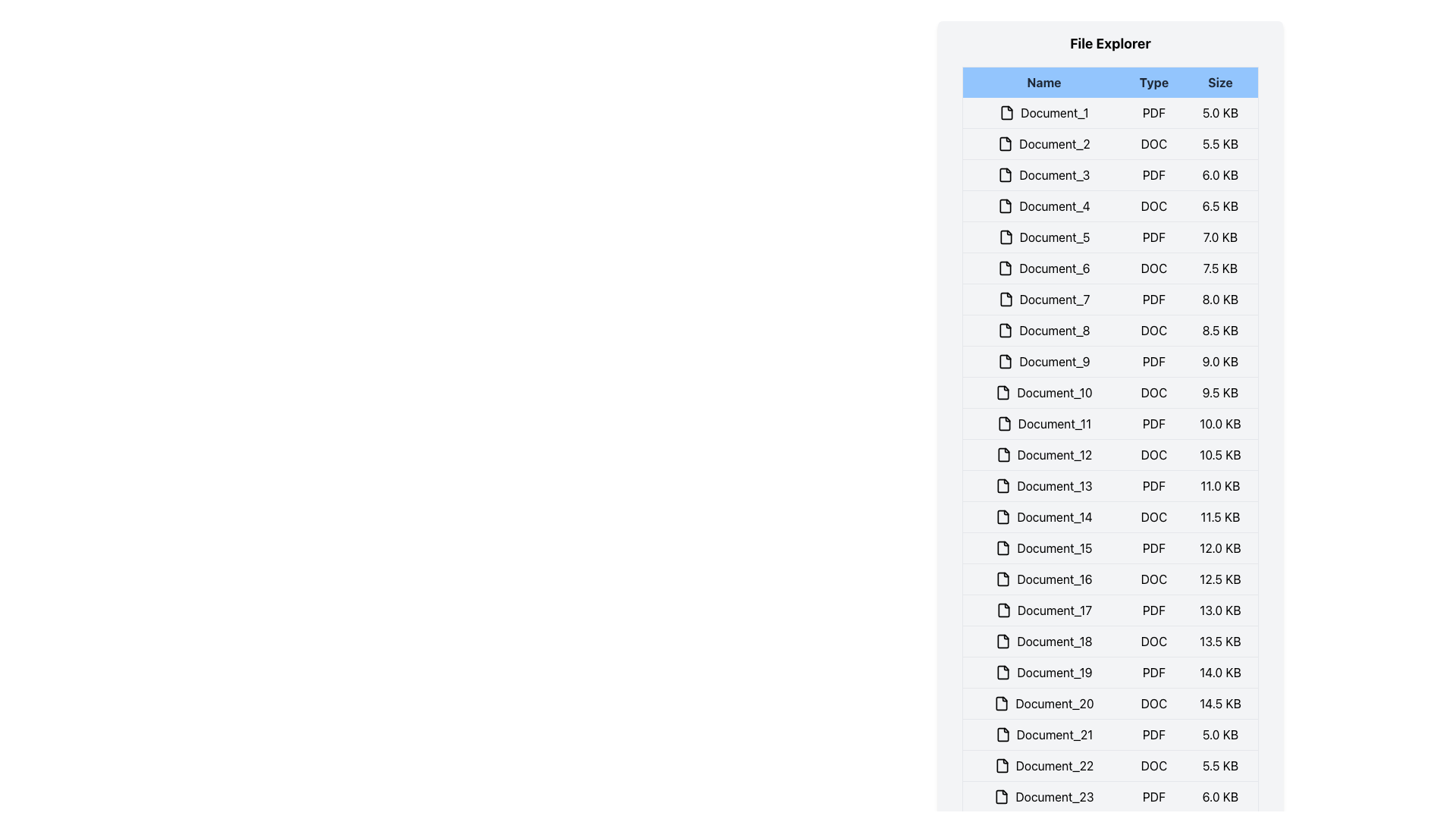 This screenshot has height=819, width=1456. I want to click on the text label displaying '6.0 KB' in the 'Size' column of the file explorer grid for the file 'Document_23', so click(1220, 795).